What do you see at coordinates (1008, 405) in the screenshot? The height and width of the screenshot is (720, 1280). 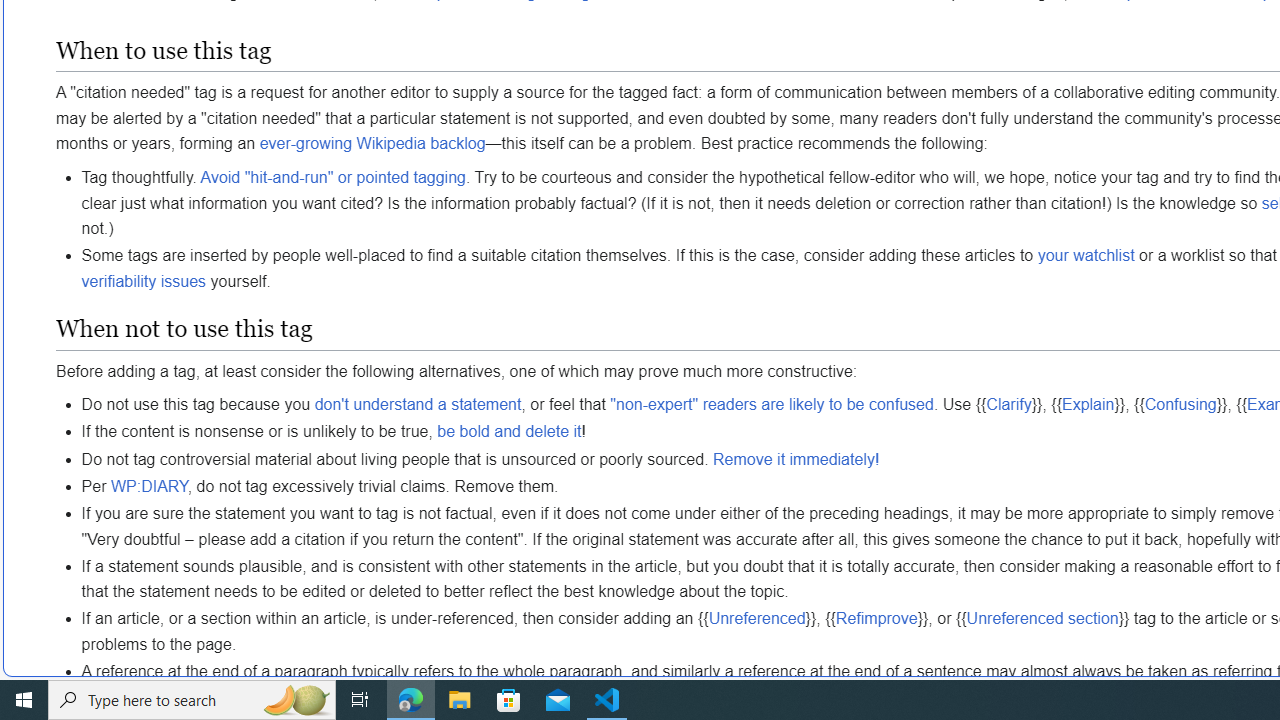 I see `'Clarify'` at bounding box center [1008, 405].